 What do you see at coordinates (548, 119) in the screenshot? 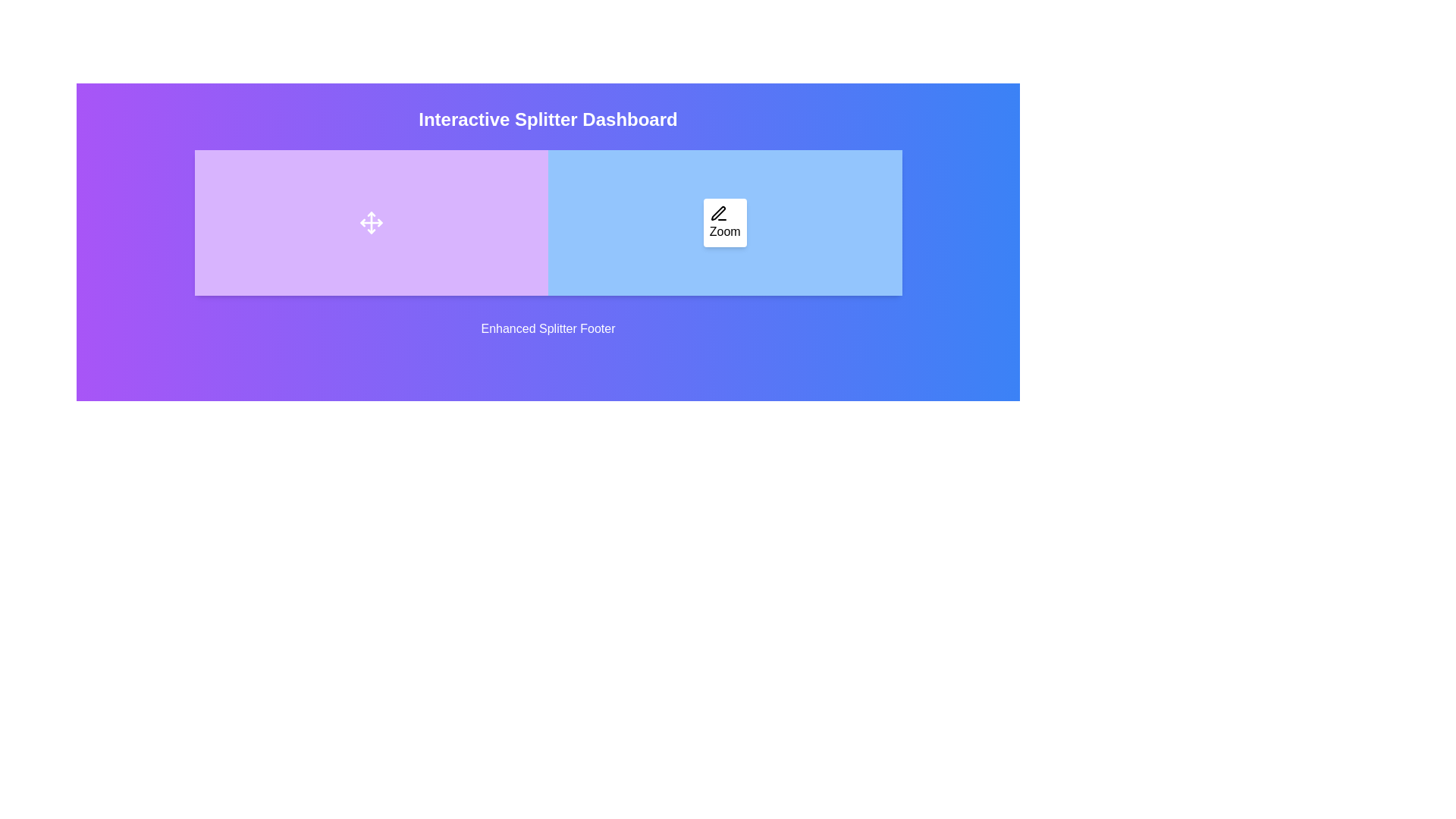
I see `the bold and large header text 'Interactive Splitter Dashboard' which is positioned at the top-center of the interface` at bounding box center [548, 119].